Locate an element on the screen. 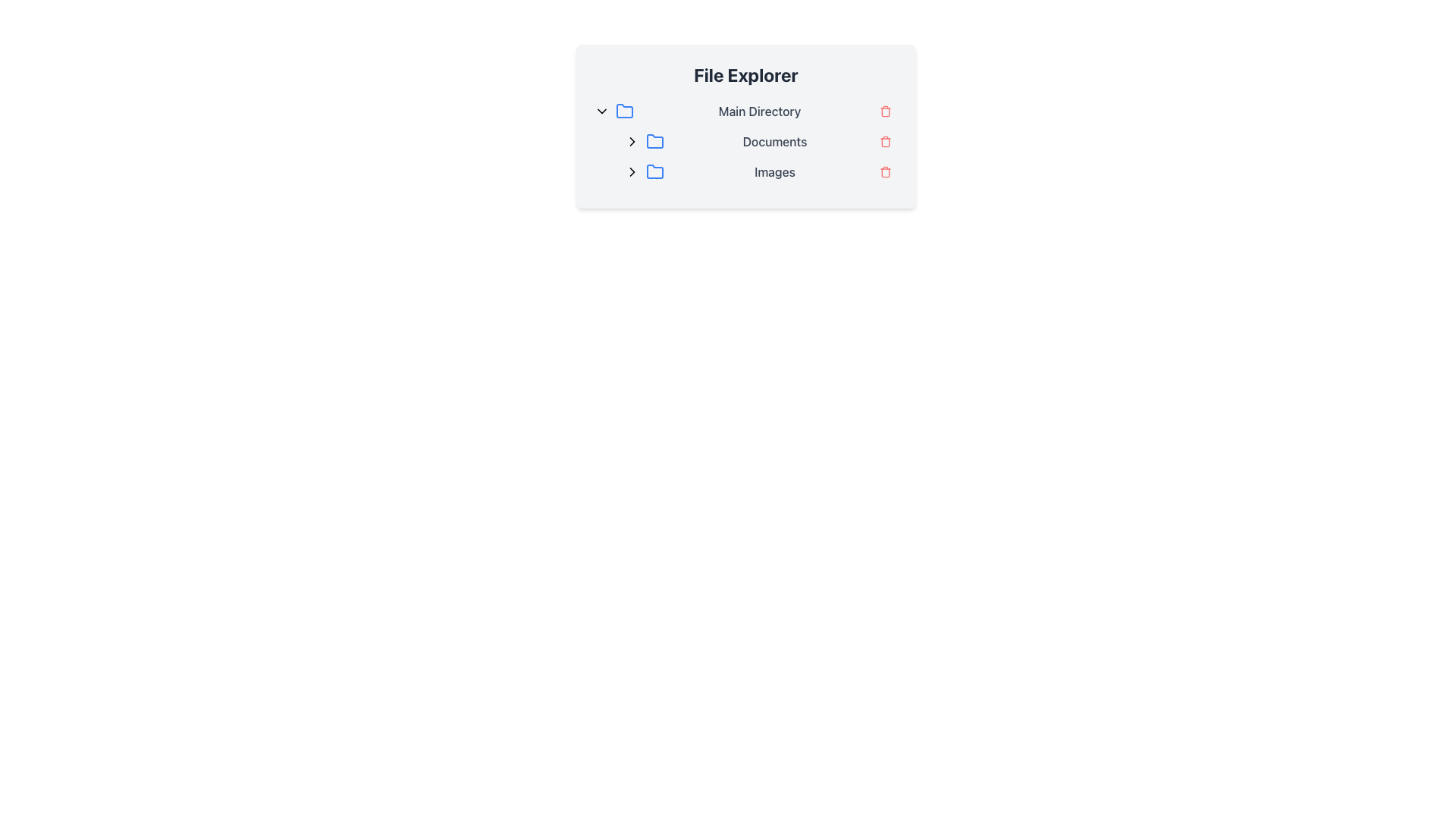 The image size is (1456, 819). to select the 'Documents' folder, which is the second folder listing in the file explorer interface, featuring a blue folder icon on the left and a red trash icon on the right is located at coordinates (752, 141).